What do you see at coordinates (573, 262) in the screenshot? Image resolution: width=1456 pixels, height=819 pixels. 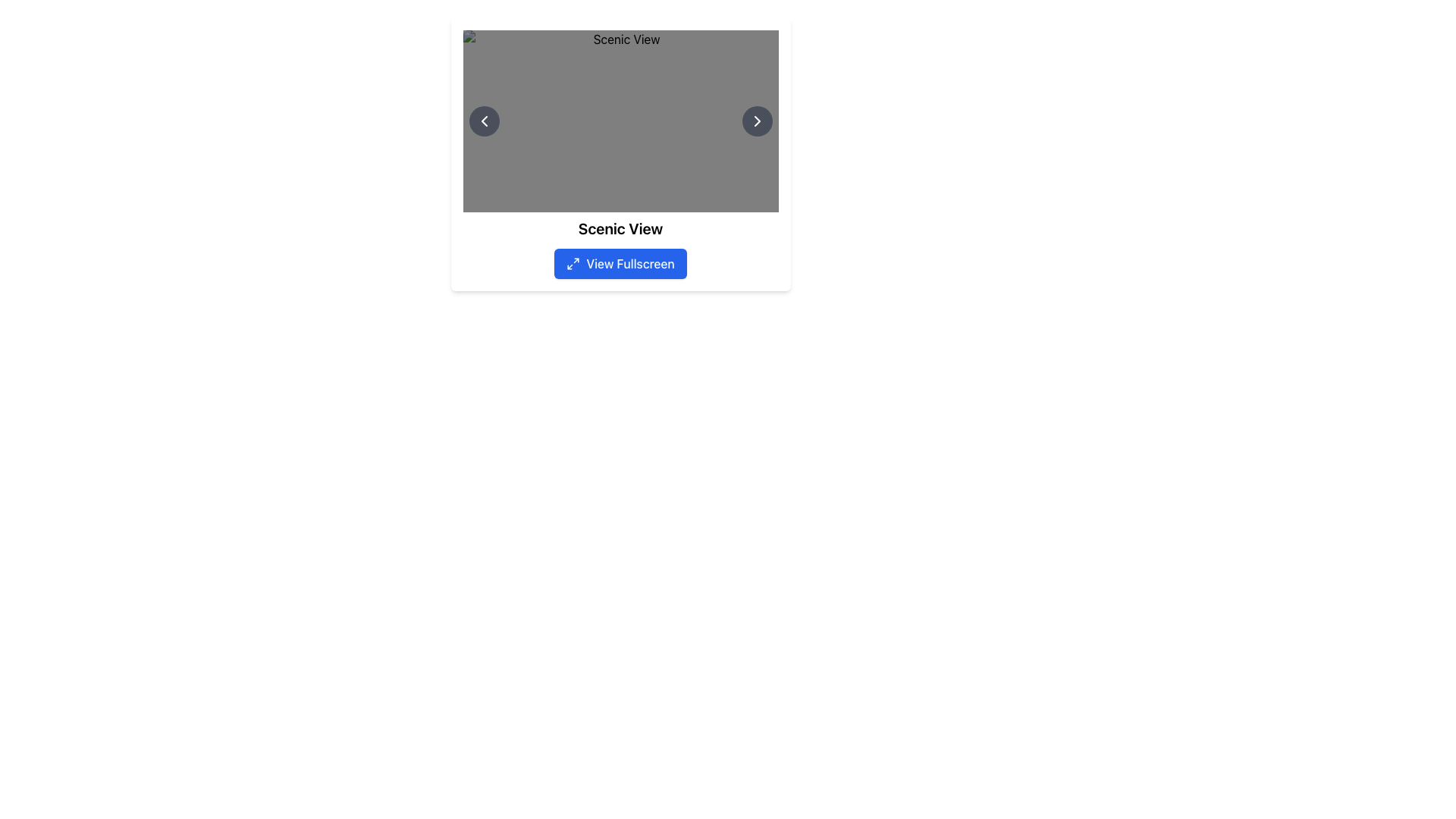 I see `the maximizing feature icon, which is a simplistic blue icon located to the left of the 'View Fullscreen' button` at bounding box center [573, 262].